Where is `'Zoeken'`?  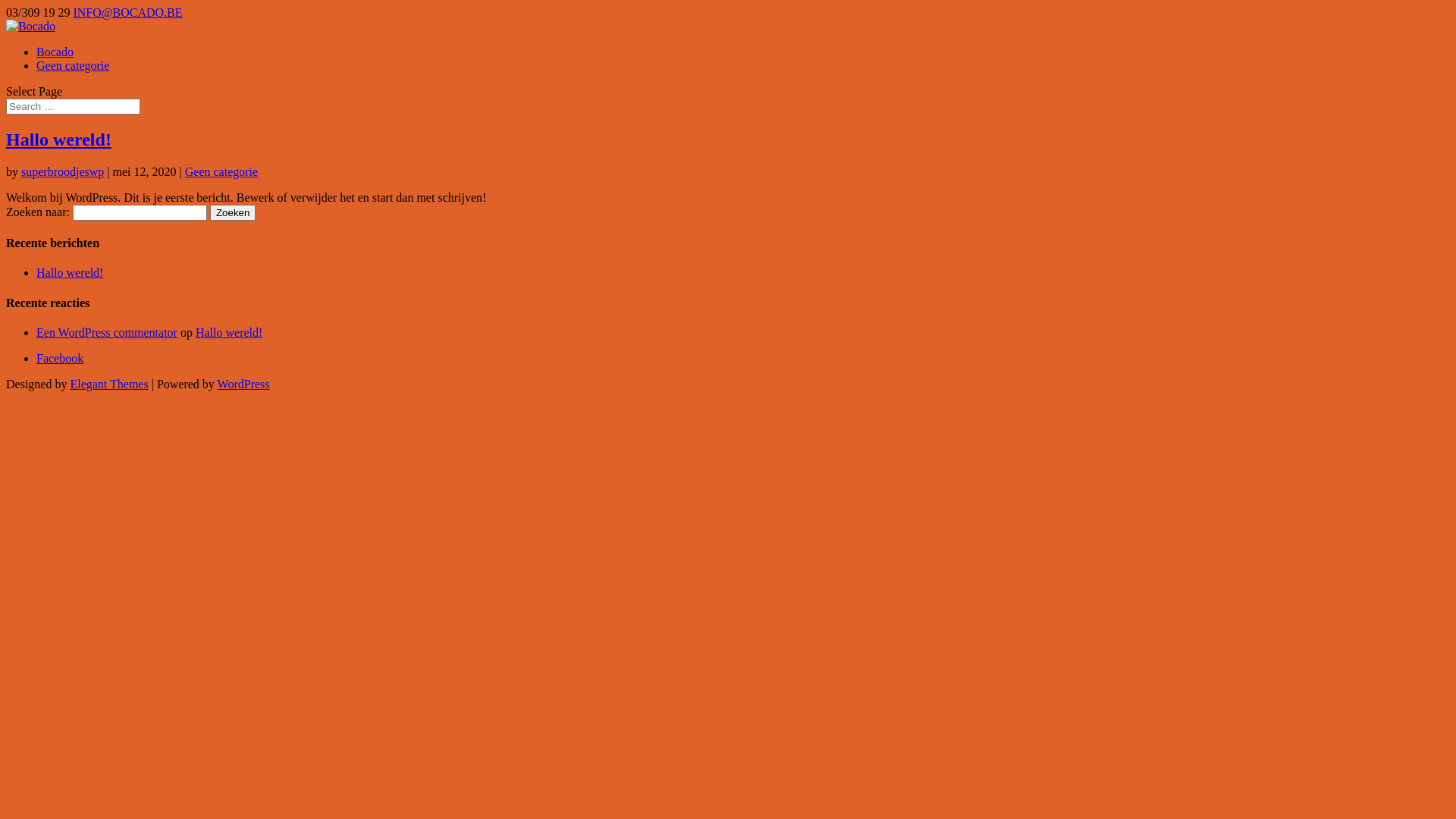 'Zoeken' is located at coordinates (209, 212).